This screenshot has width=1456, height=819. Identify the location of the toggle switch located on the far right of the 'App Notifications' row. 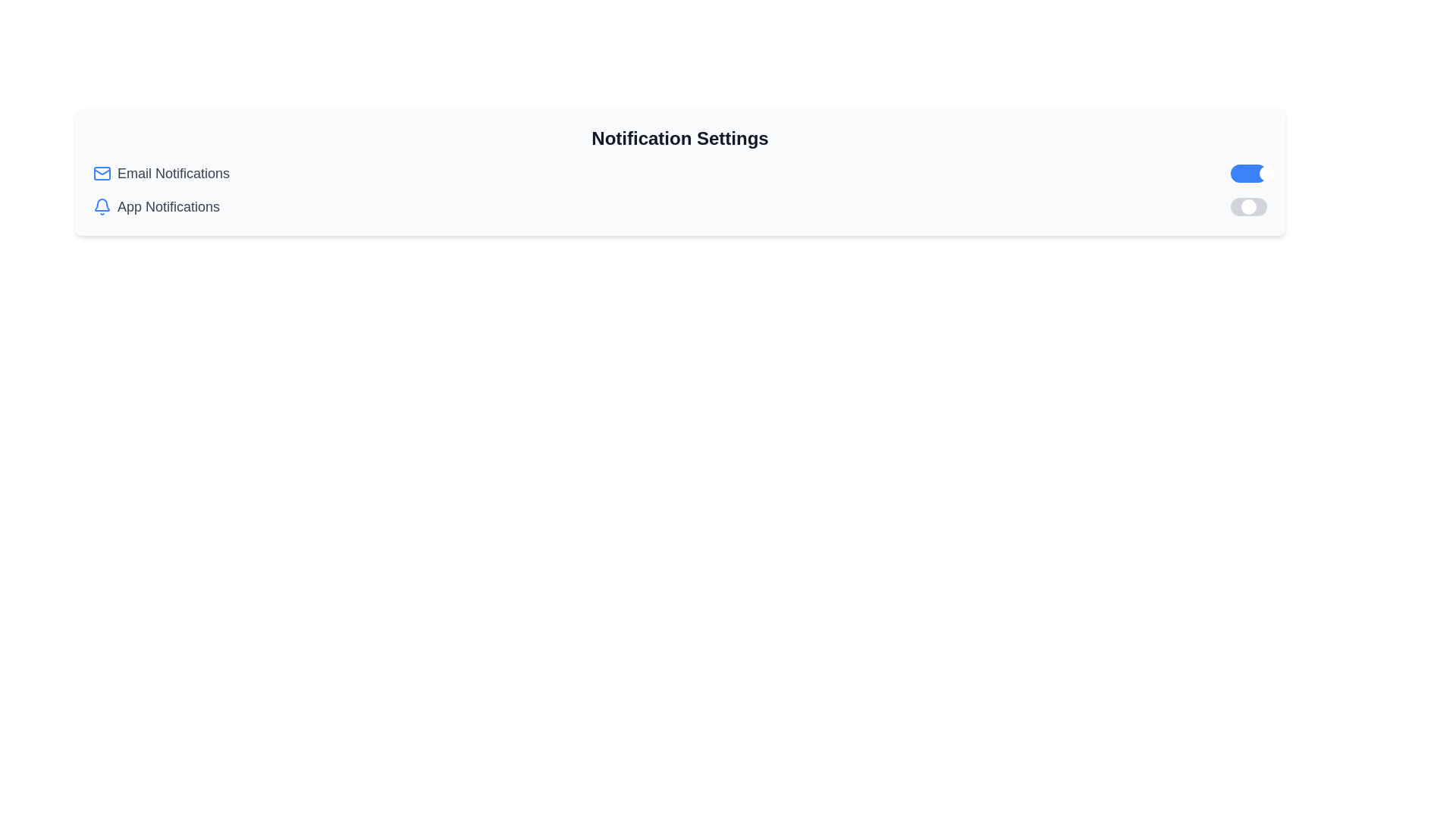
(1248, 207).